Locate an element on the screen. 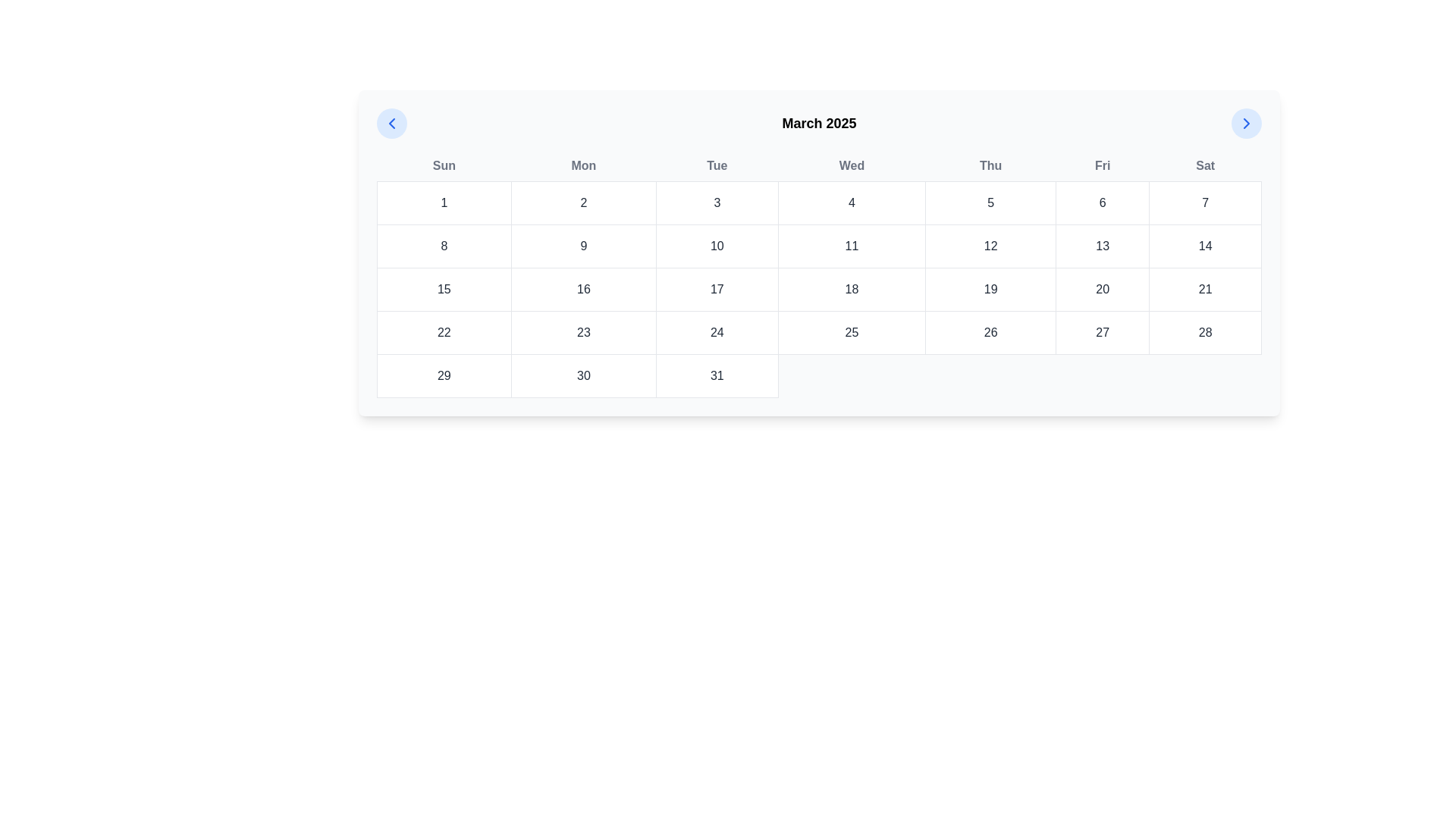  the text label displaying 'Wed', which is the fourth weekday label in a horizontal arrangement of labels for a calendar is located at coordinates (852, 166).